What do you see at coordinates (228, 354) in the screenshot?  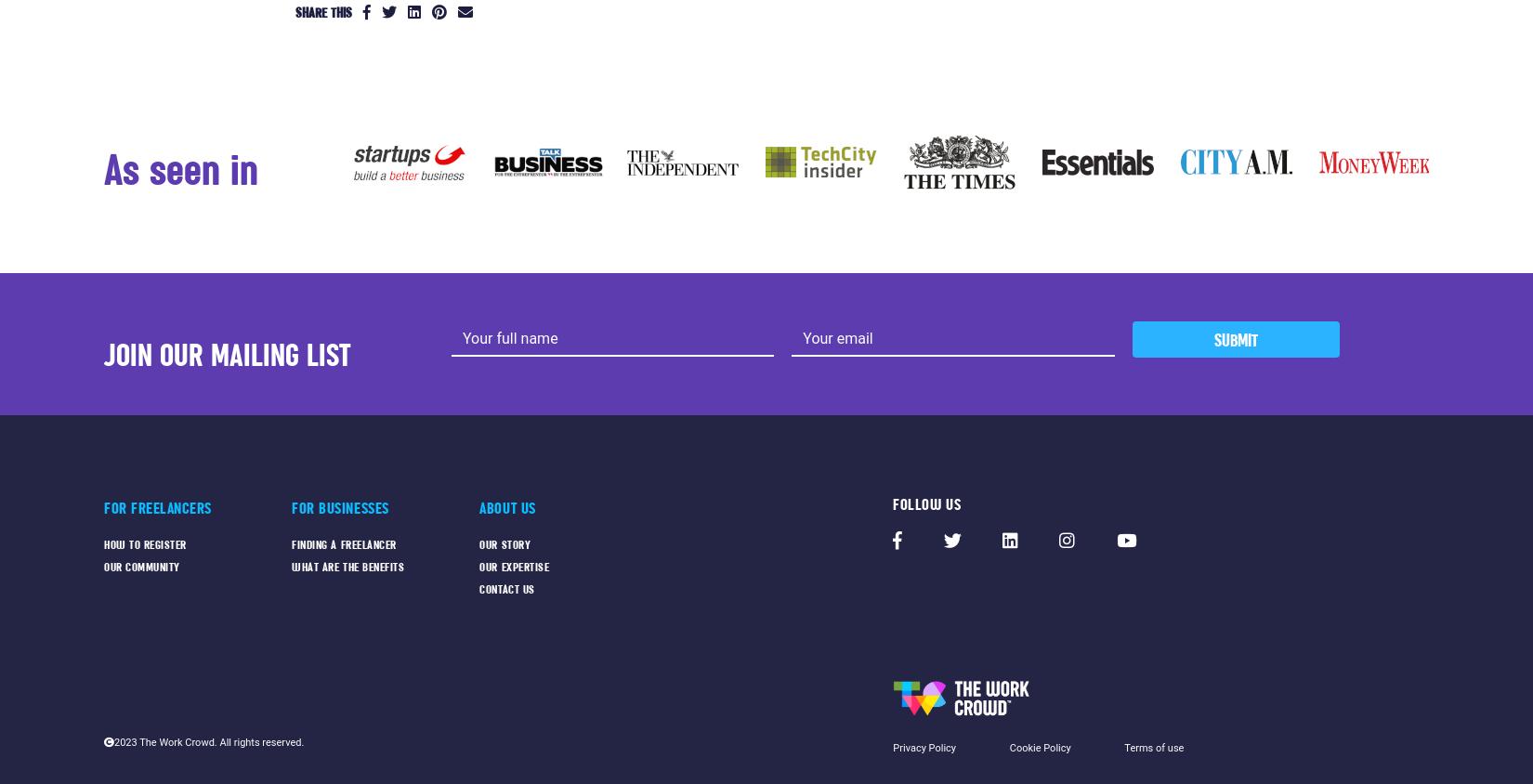 I see `'JOIN OUR MAILING LIST'` at bounding box center [228, 354].